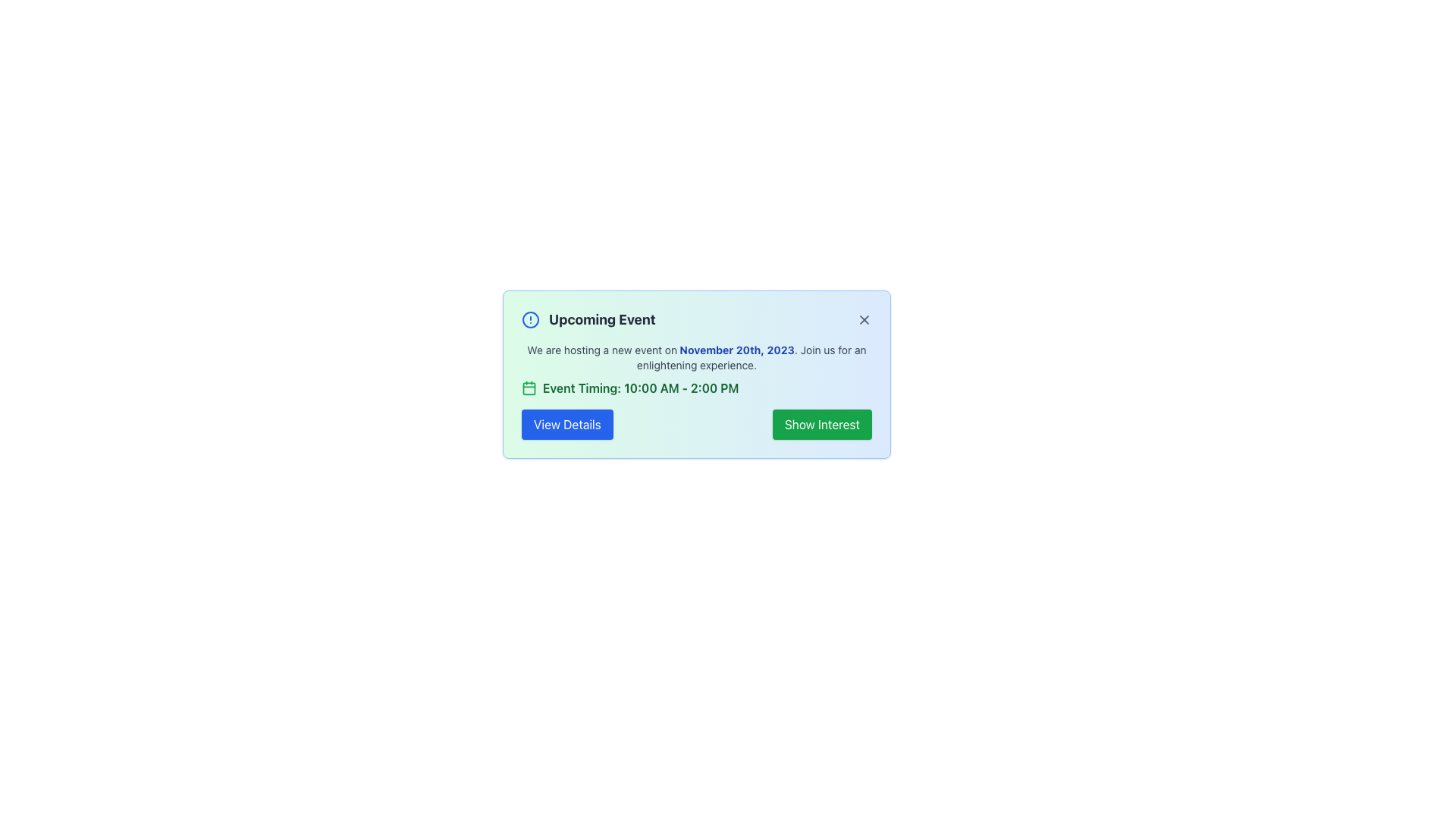 The image size is (1456, 819). Describe the element at coordinates (601, 318) in the screenshot. I see `the text label that serves as the title for the notification, positioned to the right of a small circular blue icon` at that location.